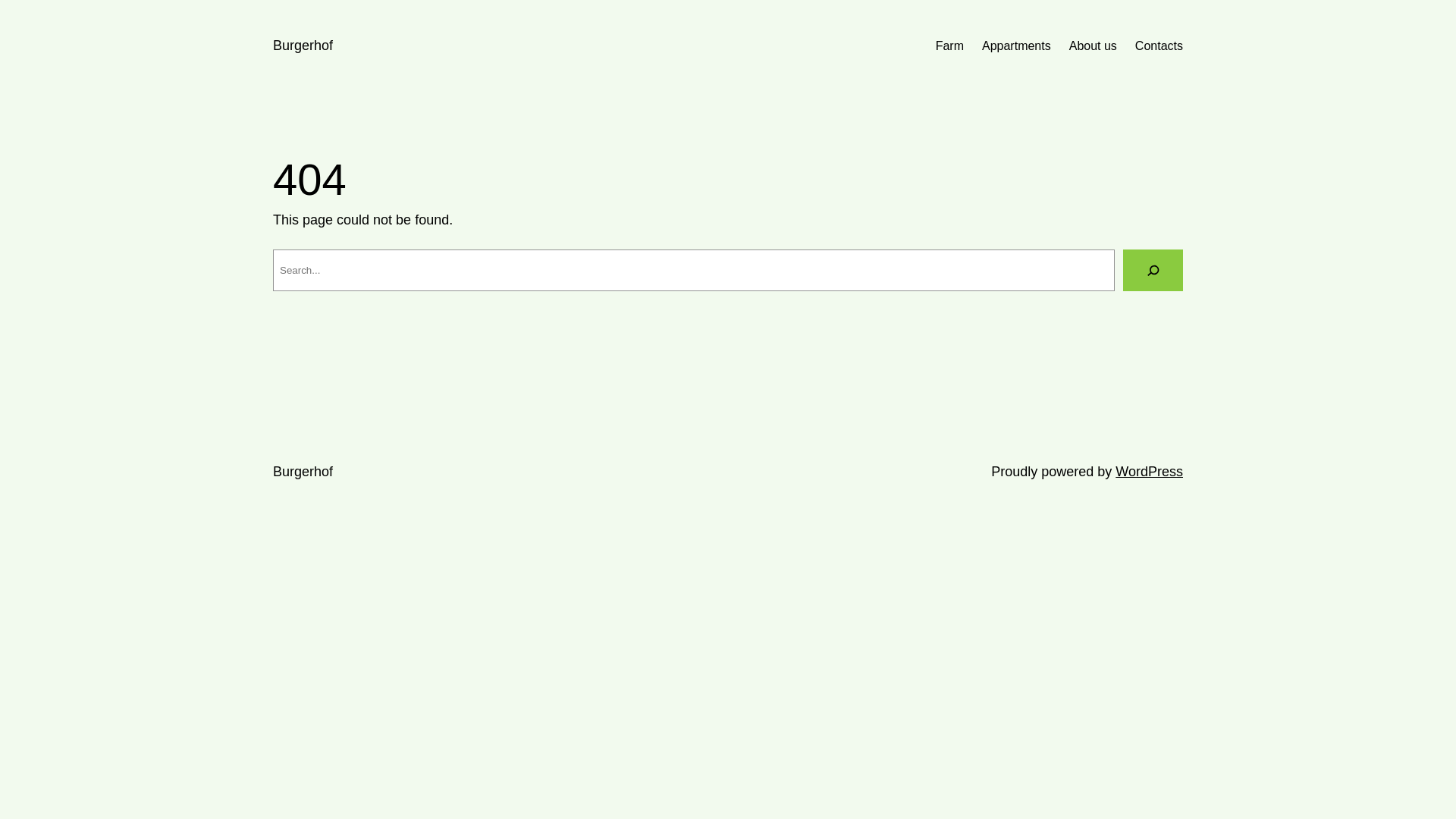 This screenshot has width=1456, height=819. I want to click on 'Farm', so click(949, 45).